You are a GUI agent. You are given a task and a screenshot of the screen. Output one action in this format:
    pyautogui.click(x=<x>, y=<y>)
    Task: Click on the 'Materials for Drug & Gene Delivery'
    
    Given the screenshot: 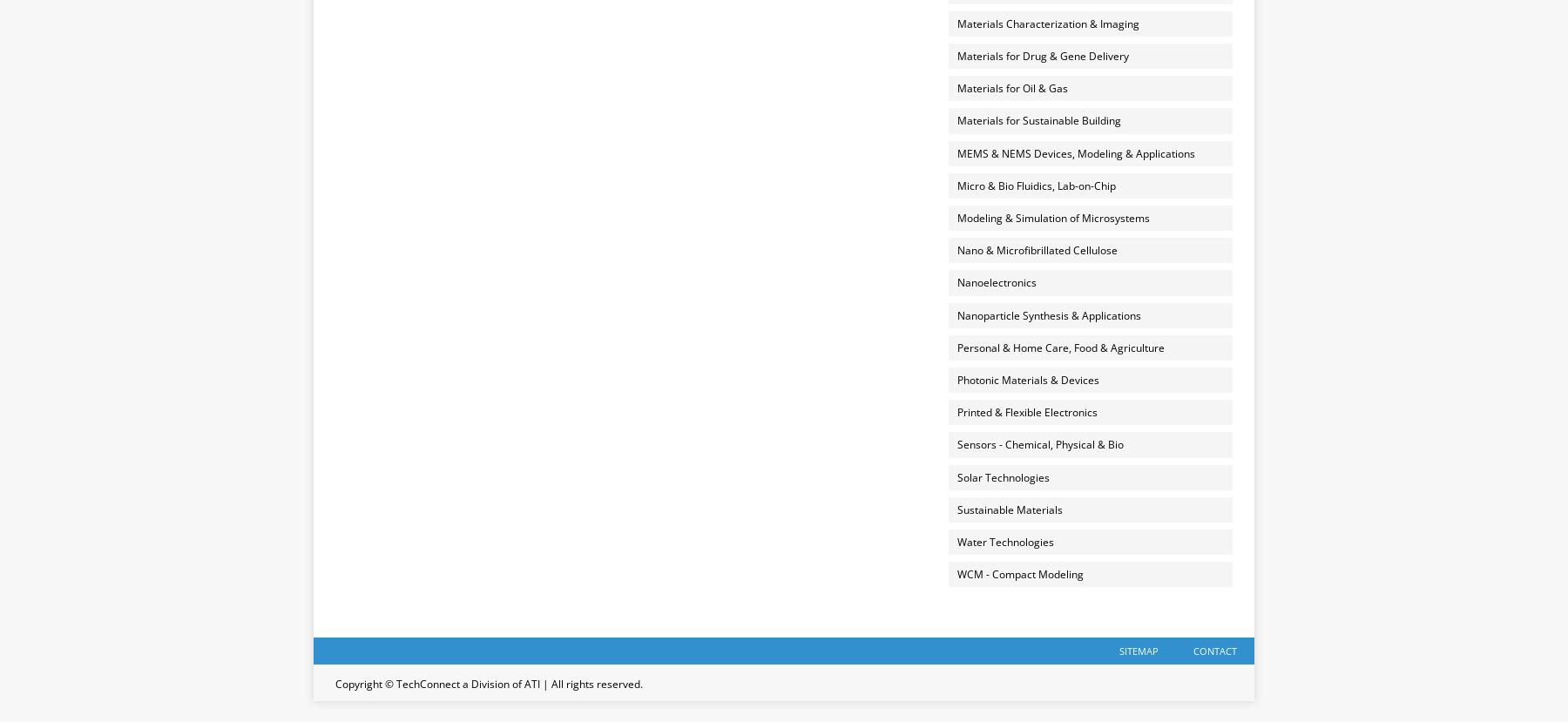 What is the action you would take?
    pyautogui.click(x=956, y=55)
    